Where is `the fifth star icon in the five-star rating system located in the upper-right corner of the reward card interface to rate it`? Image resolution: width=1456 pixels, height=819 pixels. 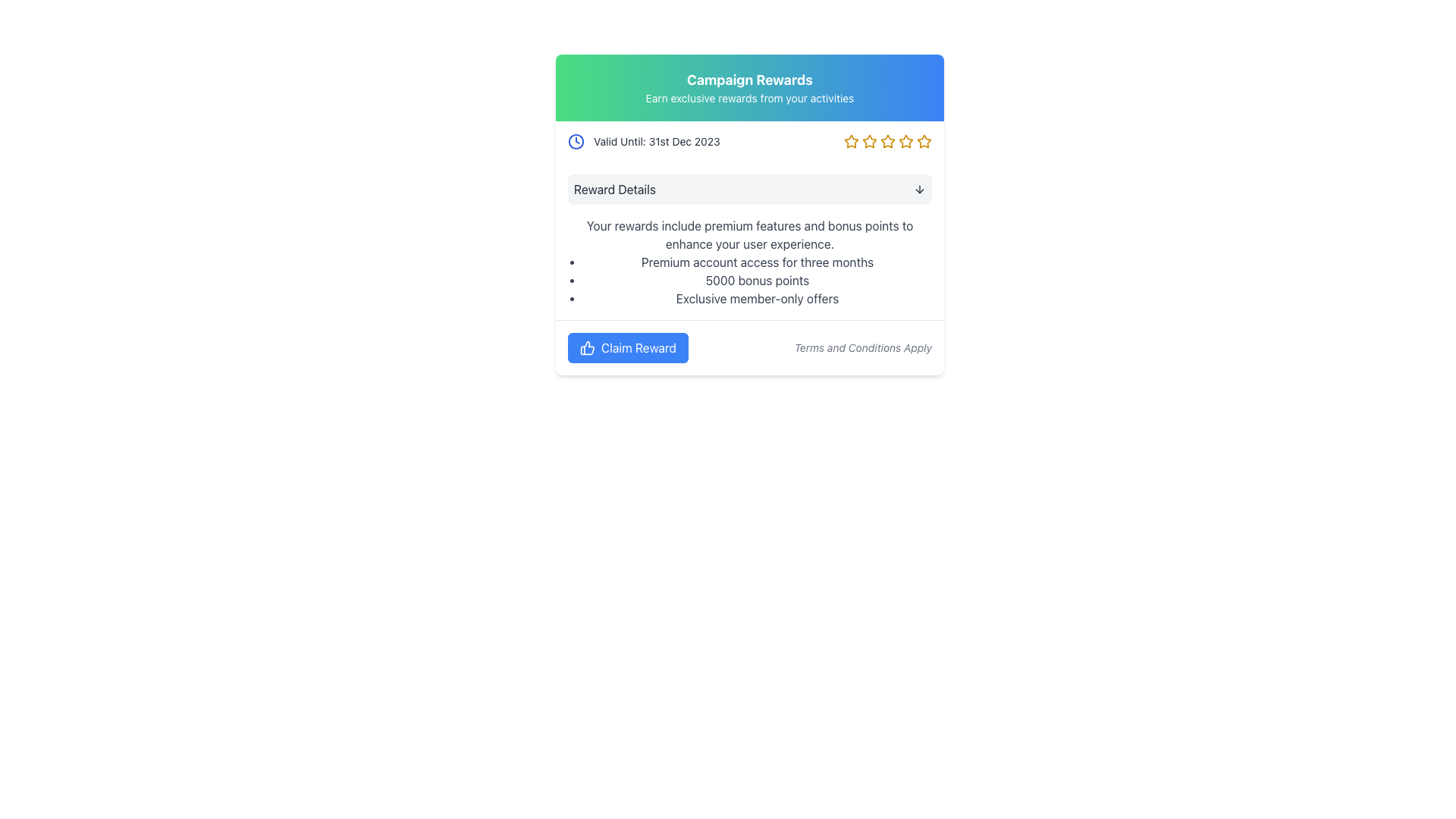
the fifth star icon in the five-star rating system located in the upper-right corner of the reward card interface to rate it is located at coordinates (924, 141).